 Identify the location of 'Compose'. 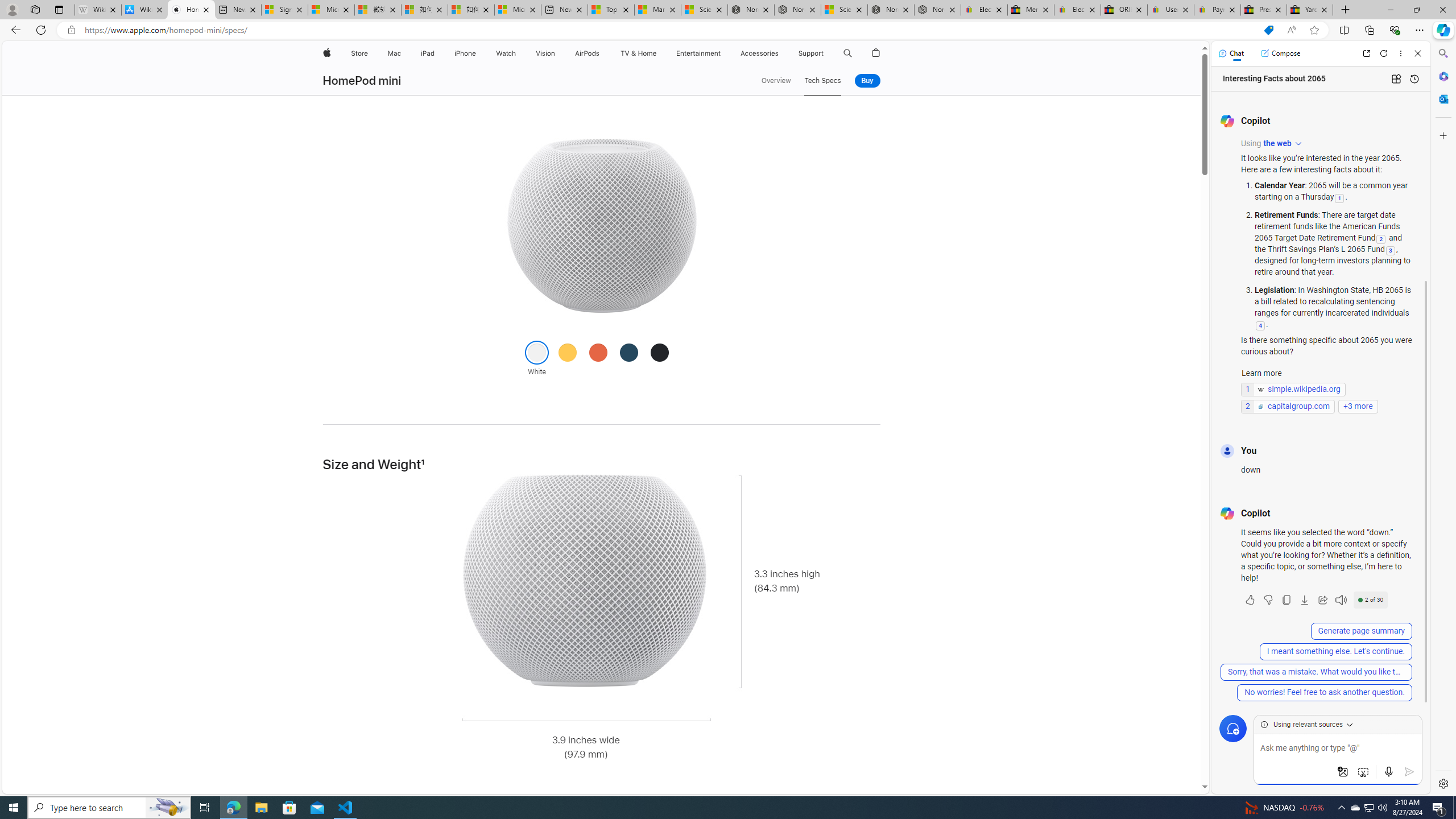
(1280, 52).